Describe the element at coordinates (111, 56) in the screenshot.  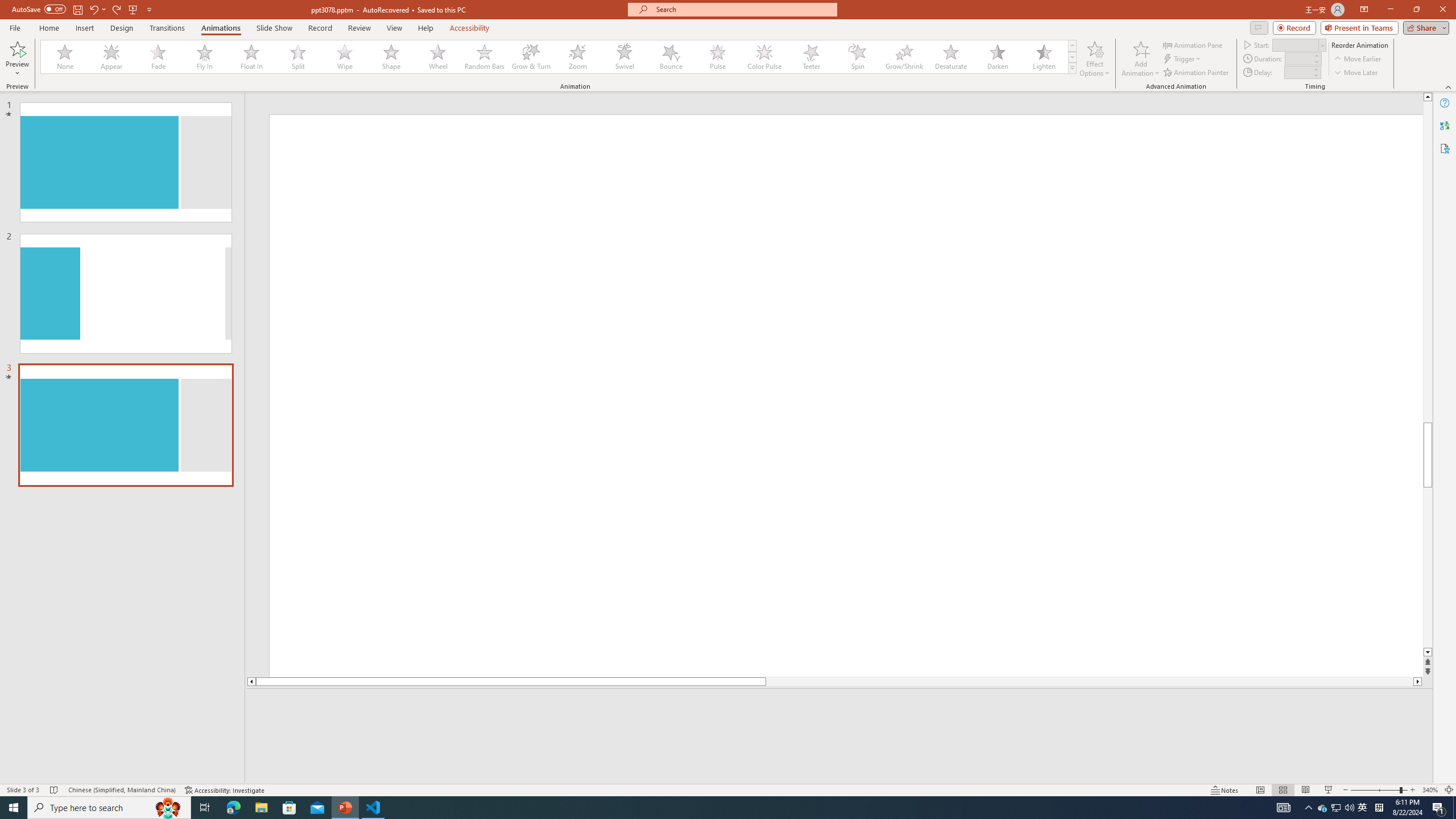
I see `'Appear'` at that location.